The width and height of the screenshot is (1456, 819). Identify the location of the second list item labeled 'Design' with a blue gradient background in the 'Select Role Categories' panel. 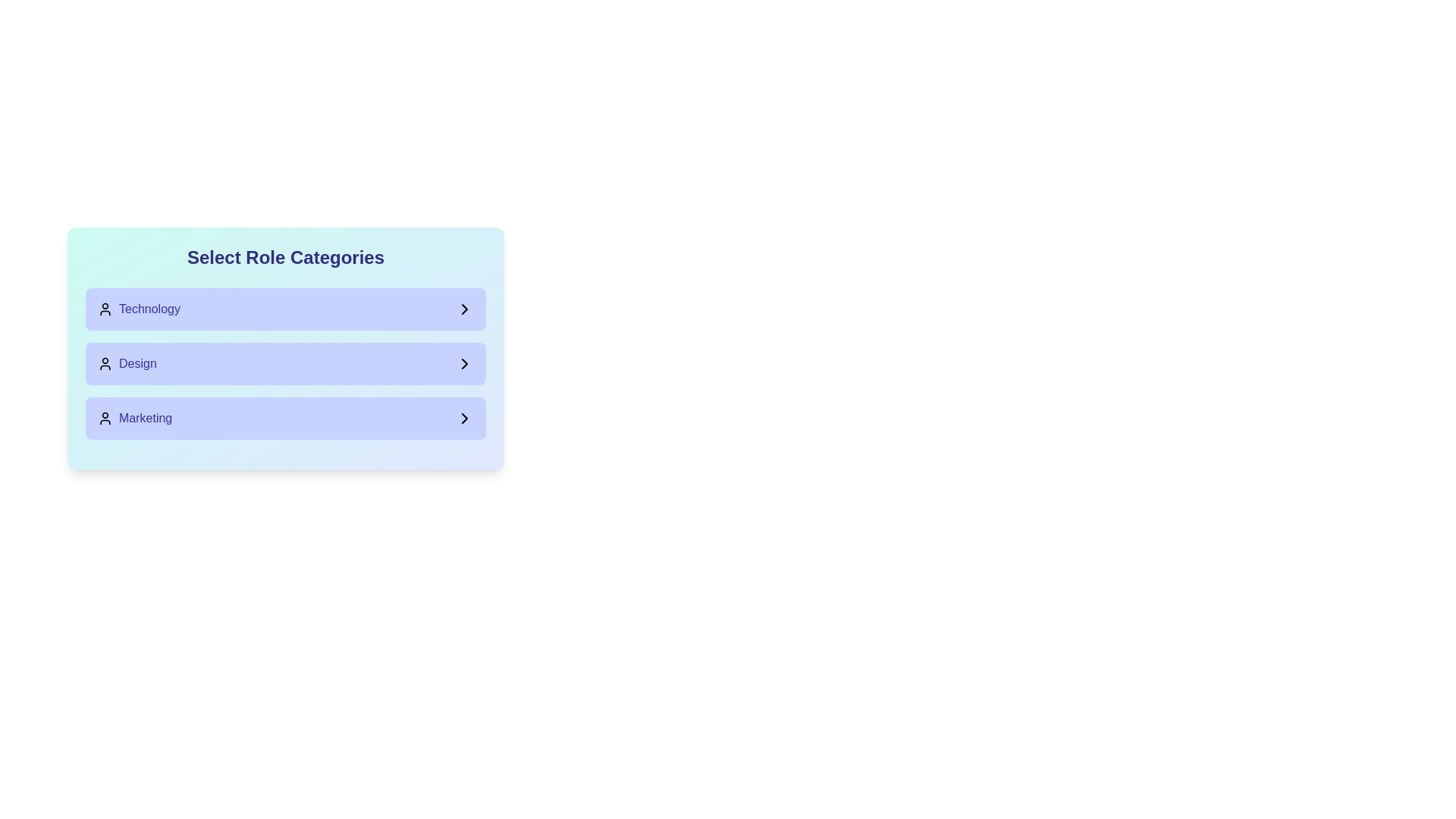
(286, 348).